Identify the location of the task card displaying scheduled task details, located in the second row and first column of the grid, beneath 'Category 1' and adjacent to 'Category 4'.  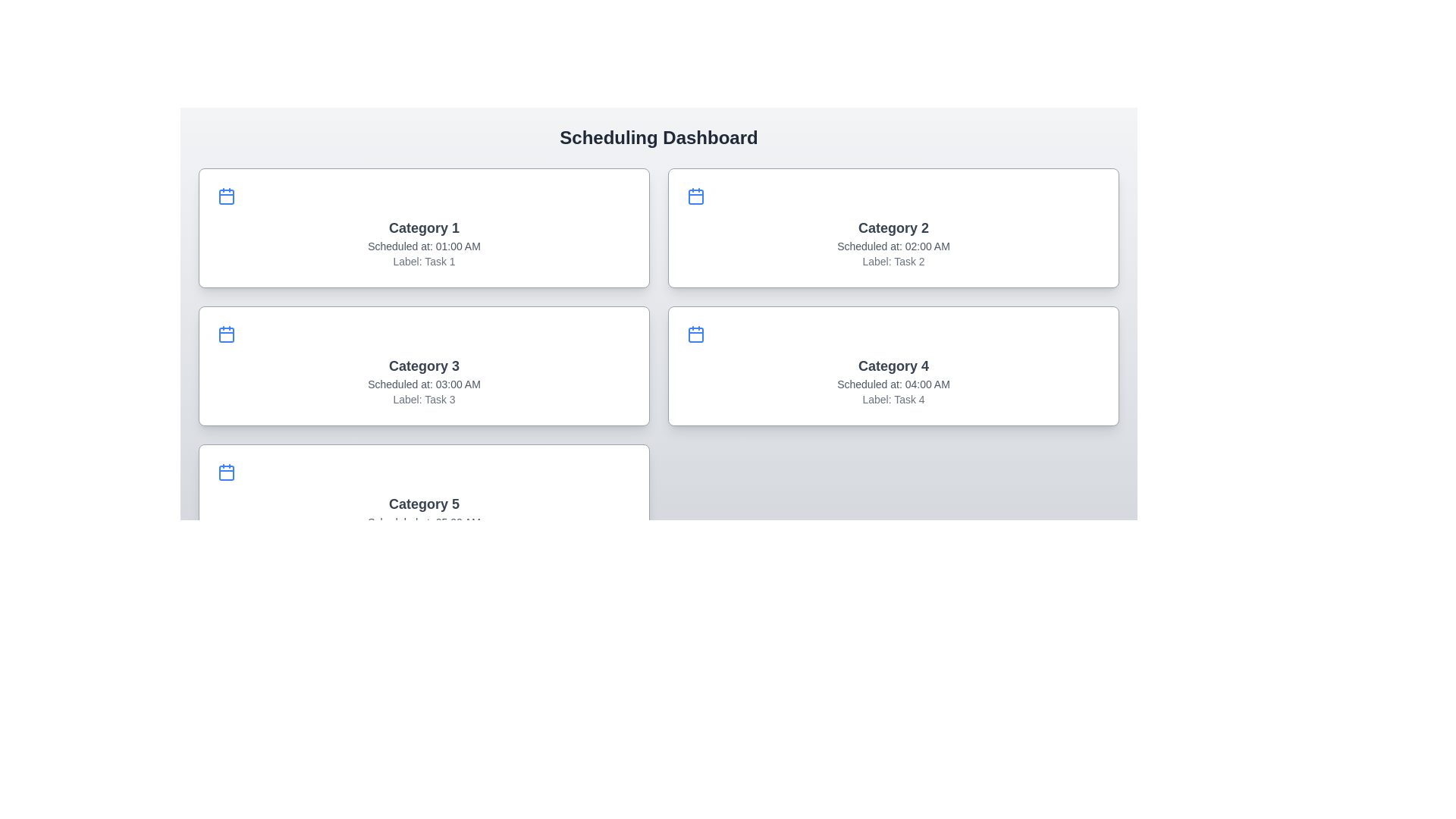
(424, 366).